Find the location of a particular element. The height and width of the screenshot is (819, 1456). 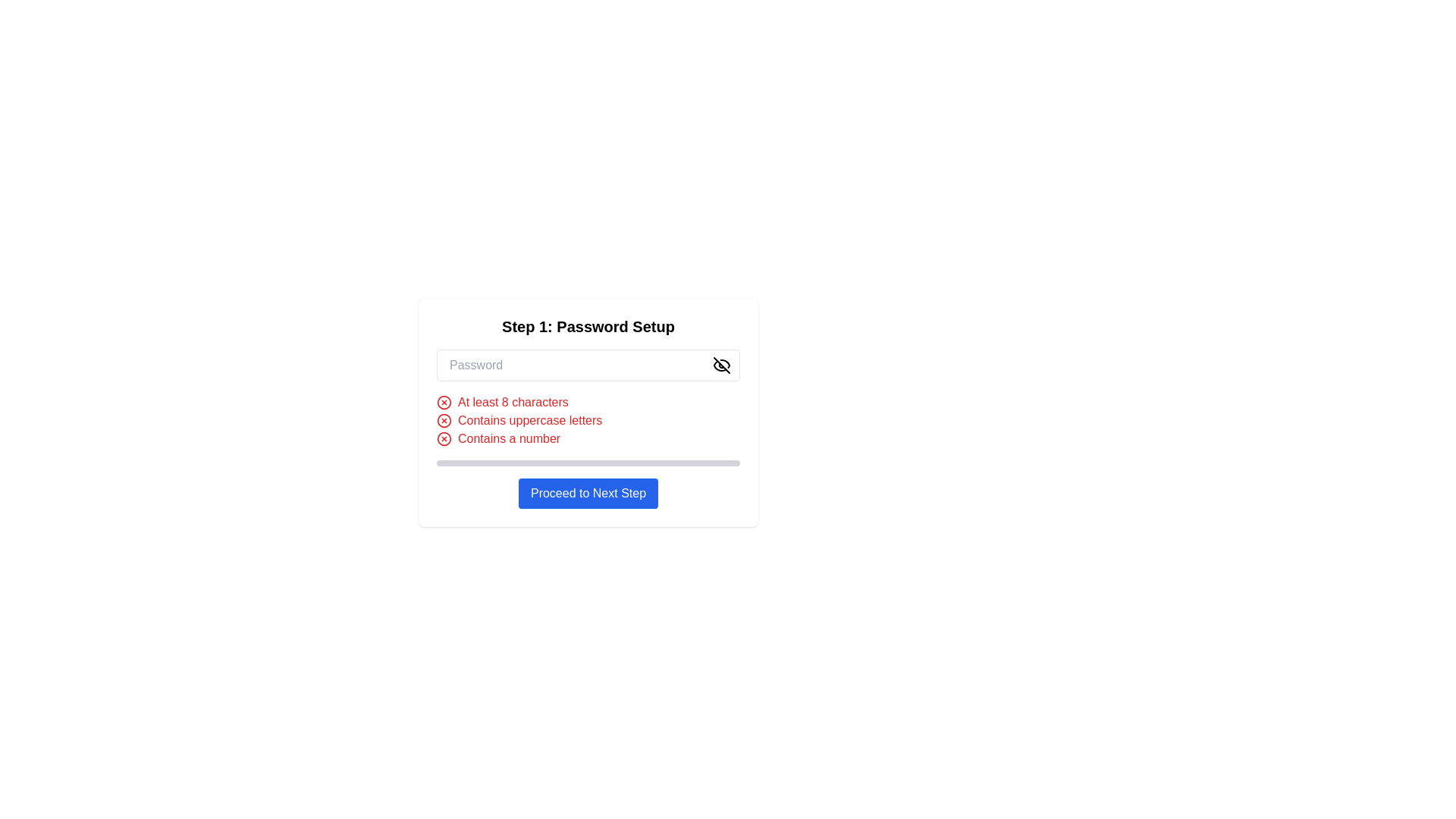

the circular icon with a red border and a red 'X' symbol, located to the left of the text 'At least 8 characters' under the password input field is located at coordinates (443, 402).